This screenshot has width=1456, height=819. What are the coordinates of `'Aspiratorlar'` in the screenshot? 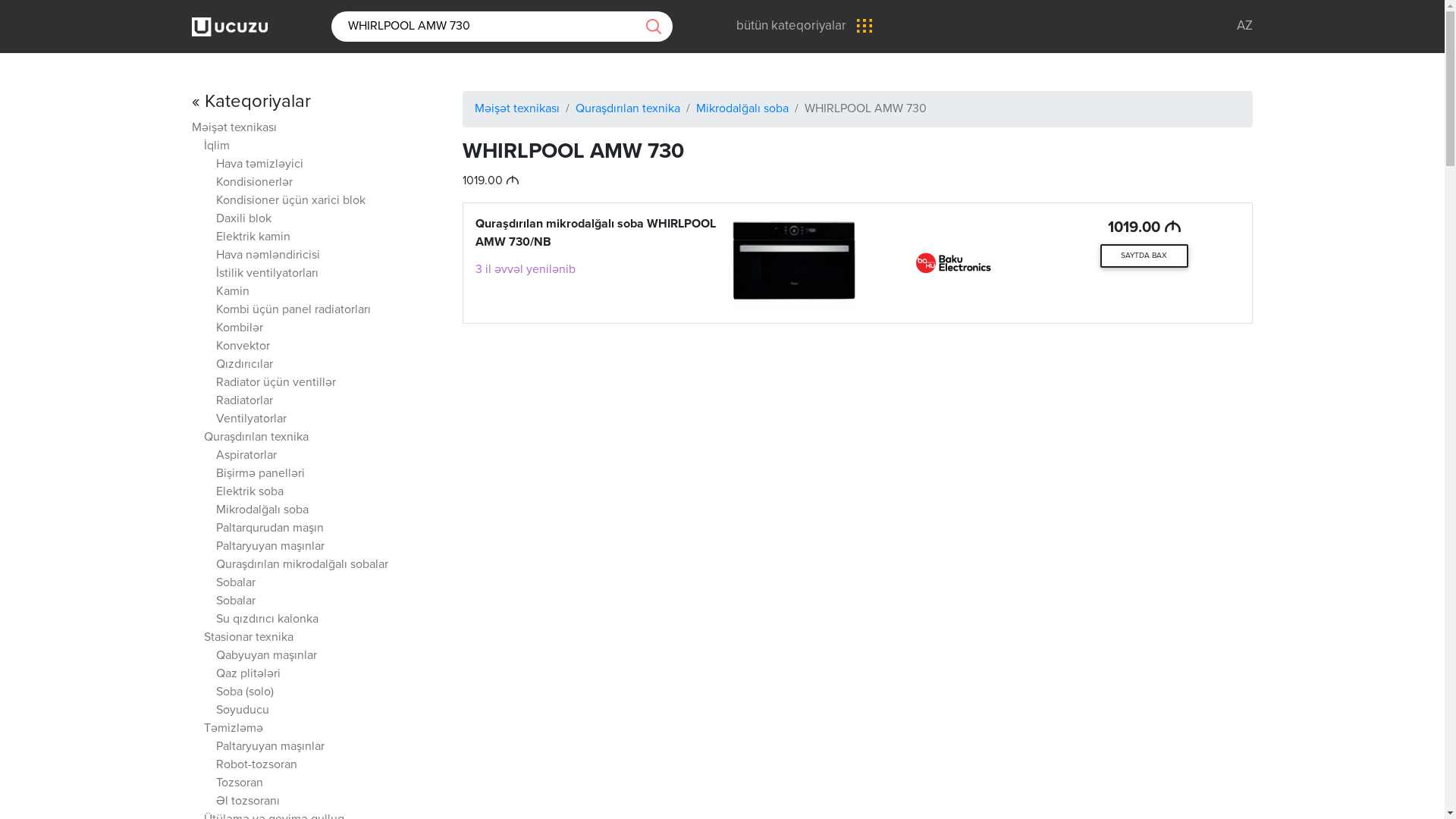 It's located at (246, 455).